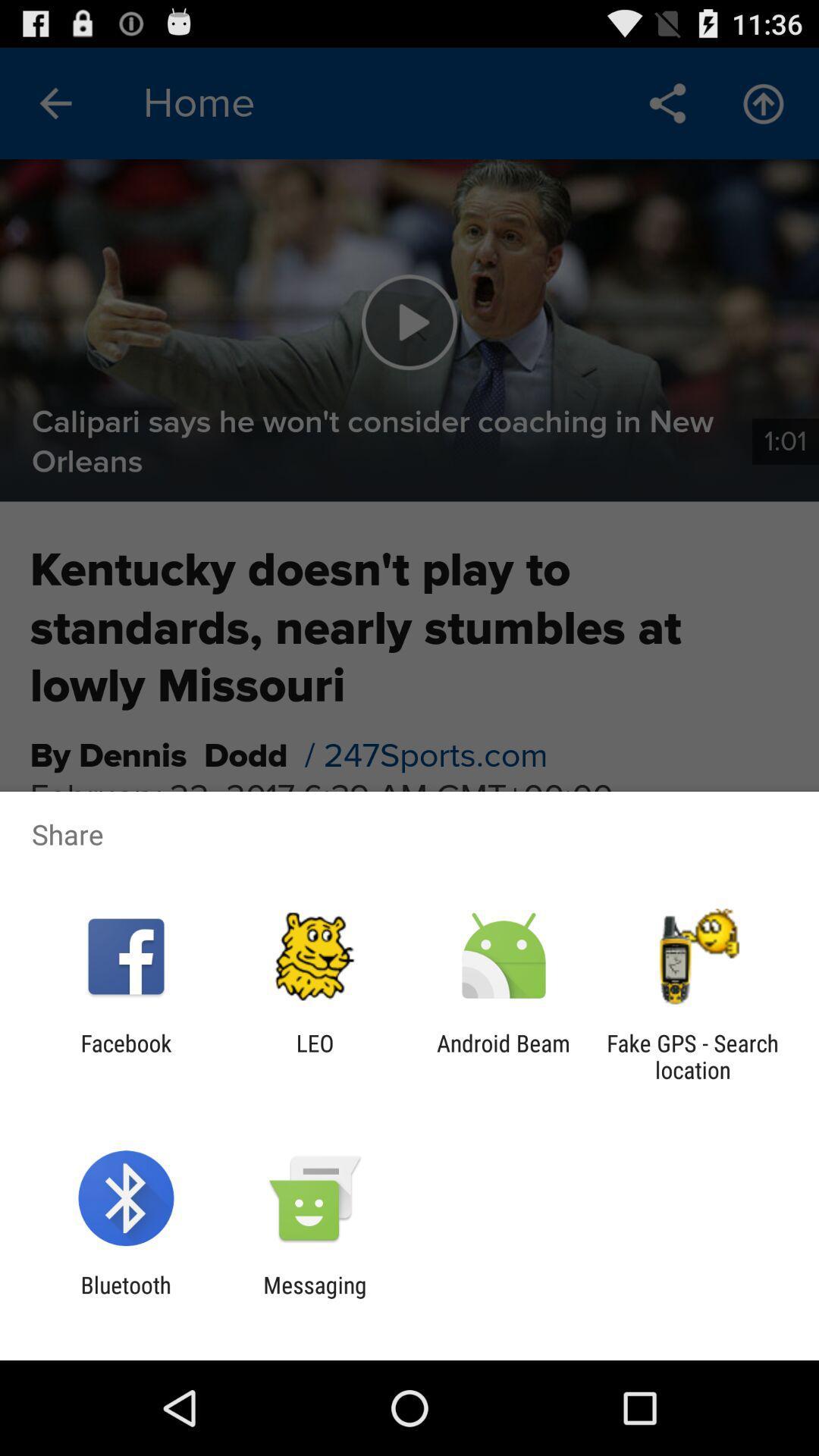 This screenshot has height=1456, width=819. I want to click on icon to the right of leo icon, so click(504, 1056).